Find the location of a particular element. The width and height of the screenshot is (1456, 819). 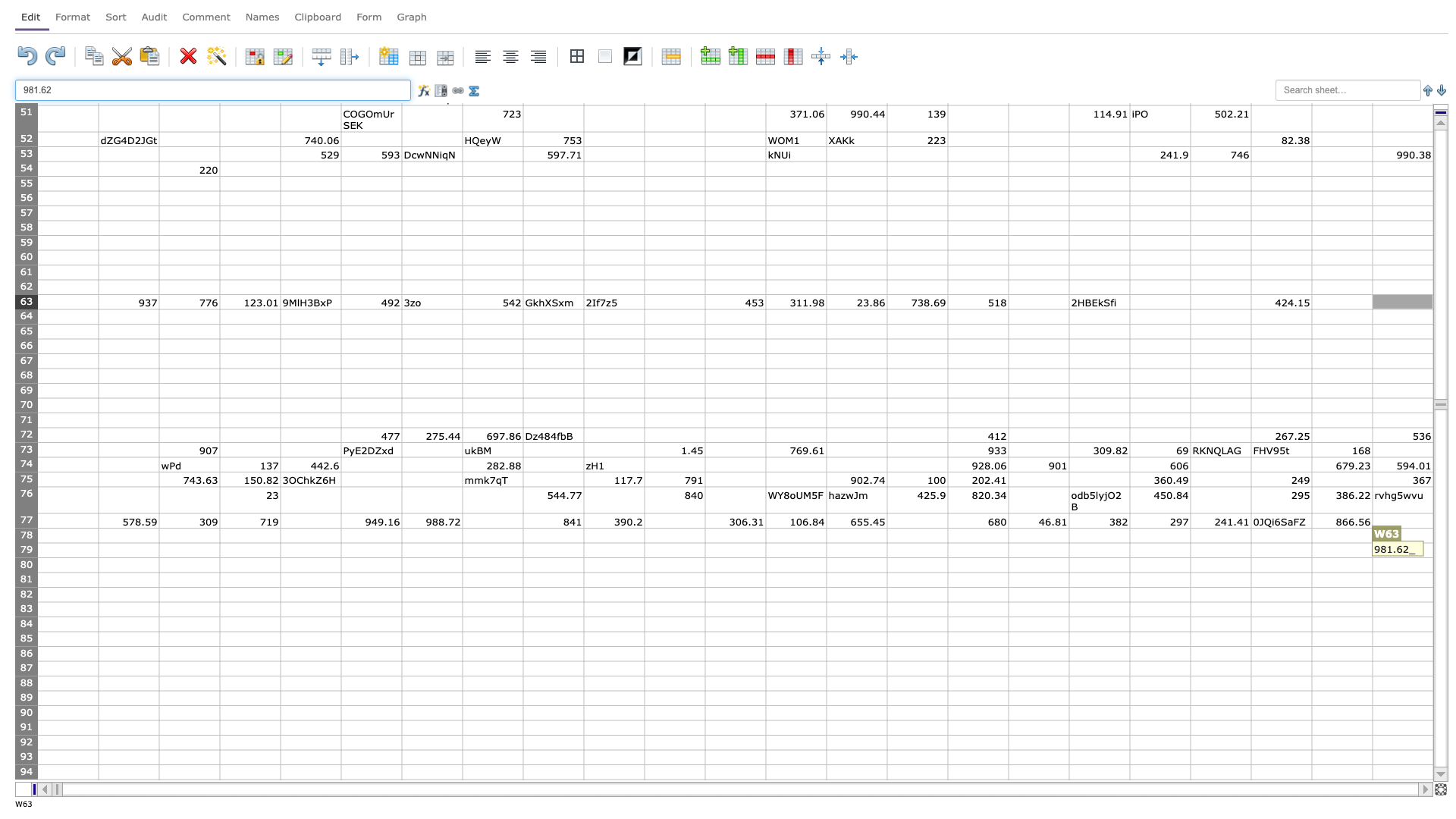

Upper left corner of cell B80 is located at coordinates (97, 557).